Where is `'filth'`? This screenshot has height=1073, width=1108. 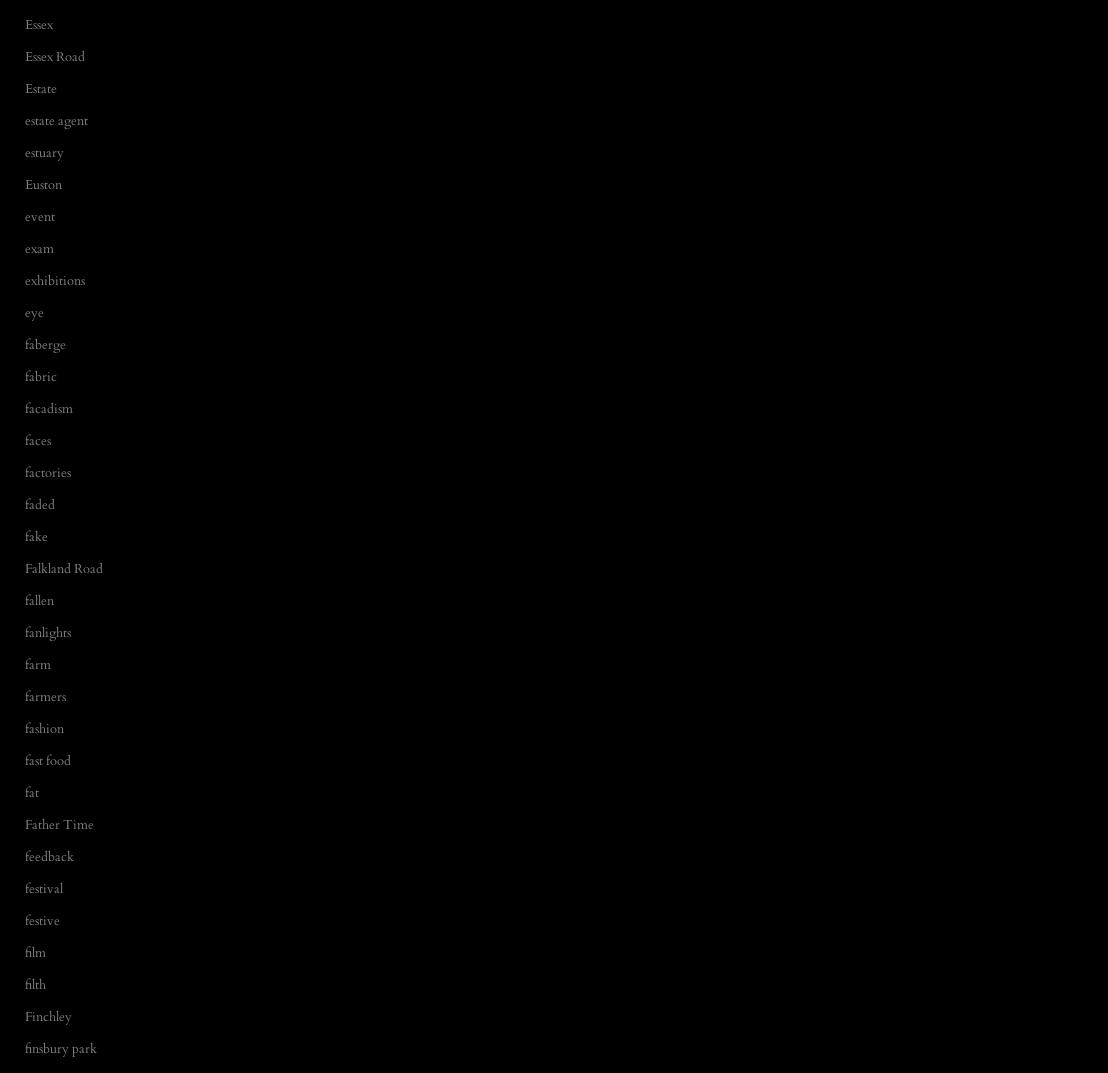
'filth' is located at coordinates (35, 983).